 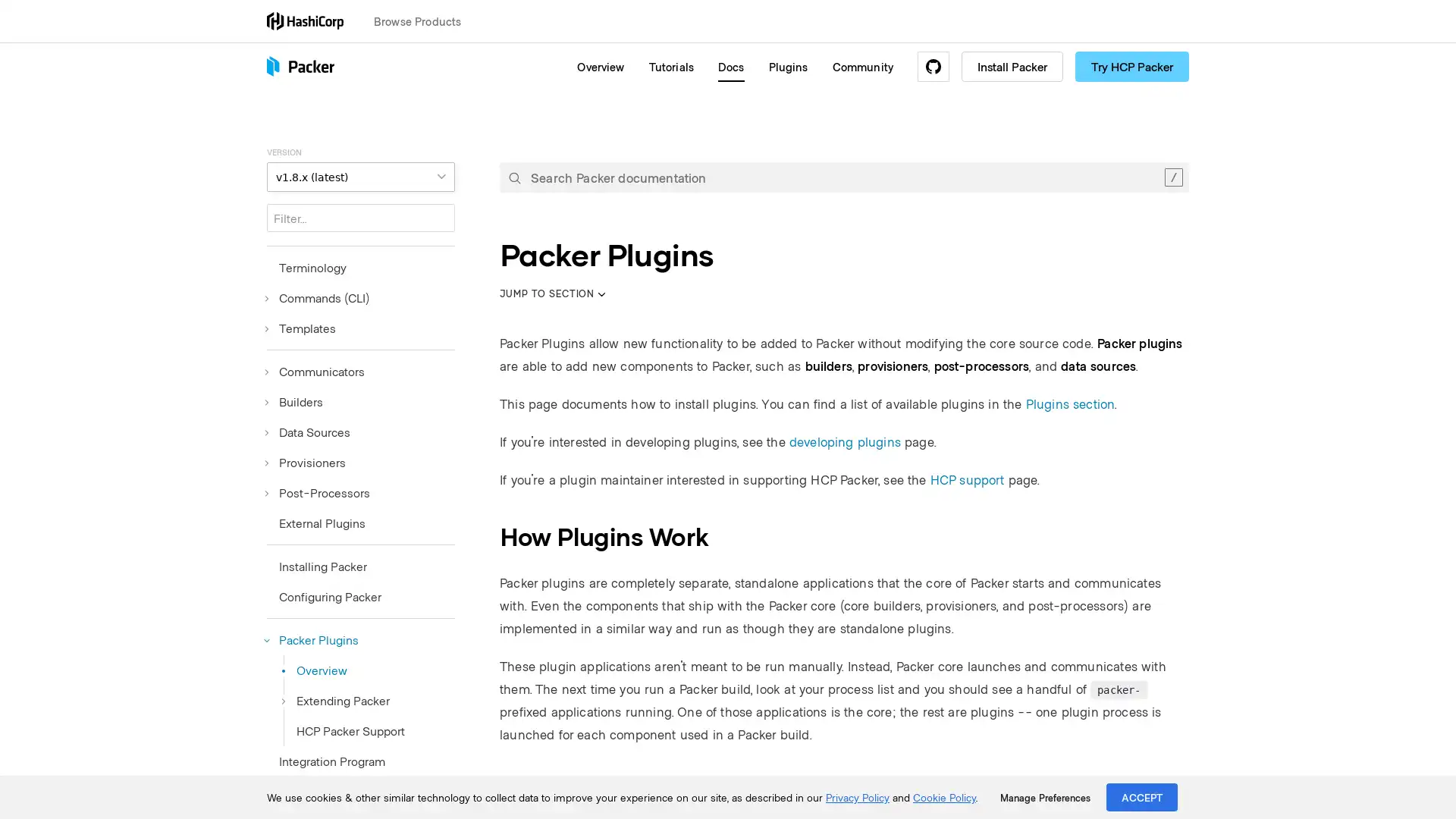 I want to click on ACCEPT, so click(x=1142, y=796).